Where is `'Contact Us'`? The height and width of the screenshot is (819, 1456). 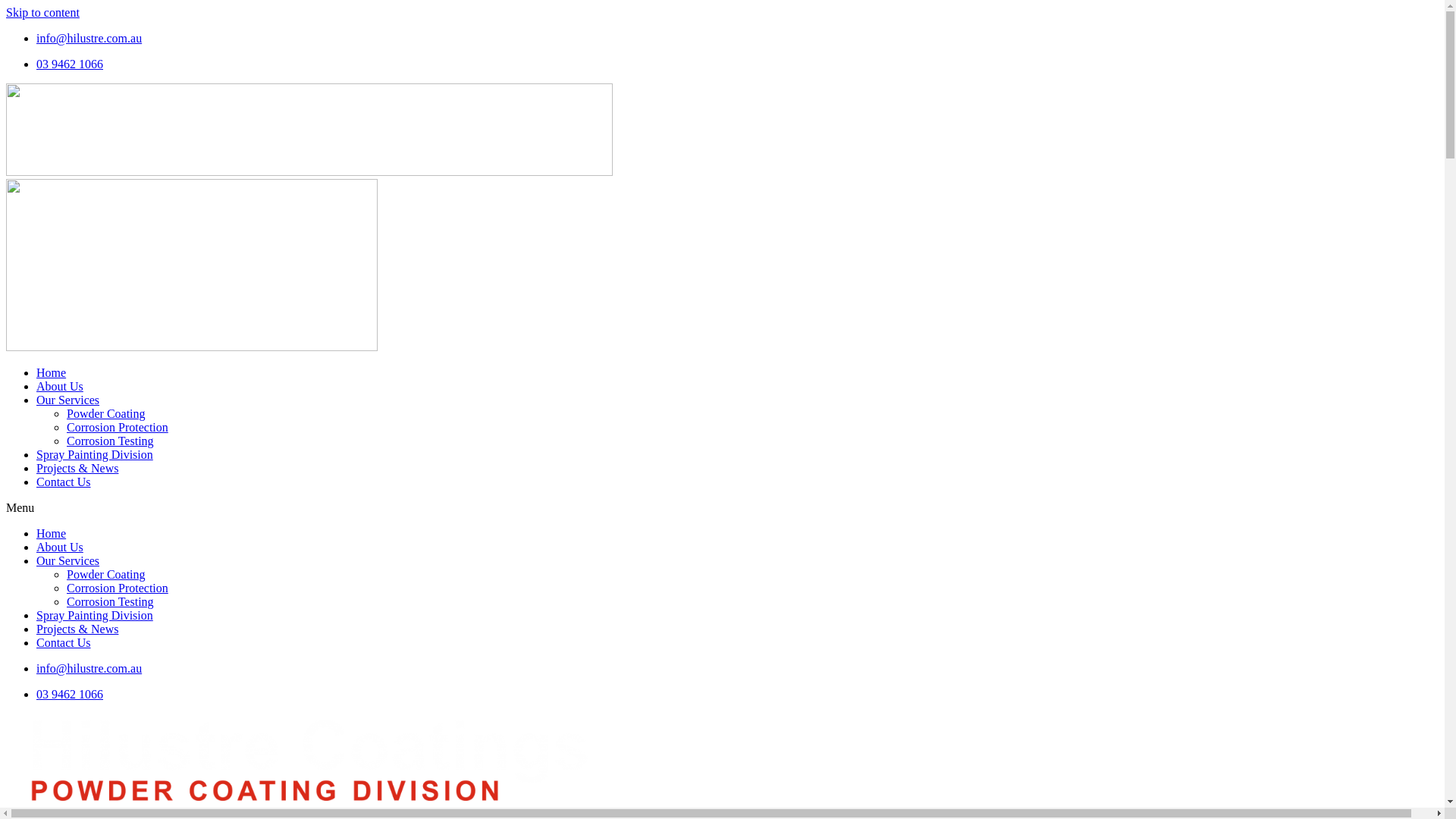
'Contact Us' is located at coordinates (62, 642).